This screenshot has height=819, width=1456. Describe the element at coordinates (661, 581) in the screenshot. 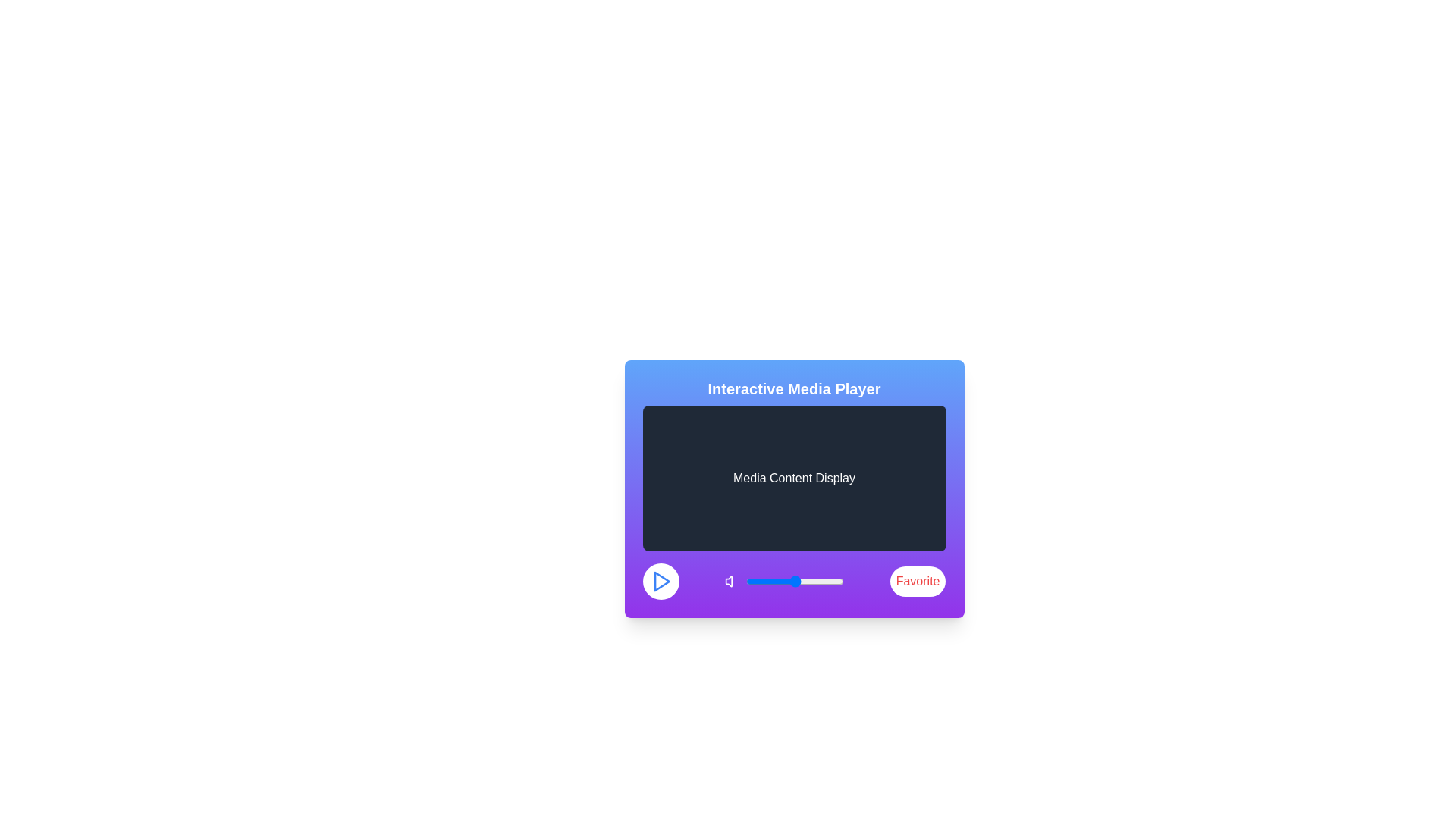

I see `the play button located in the bottom-left corner of the interactive media player interface to change its background color` at that location.